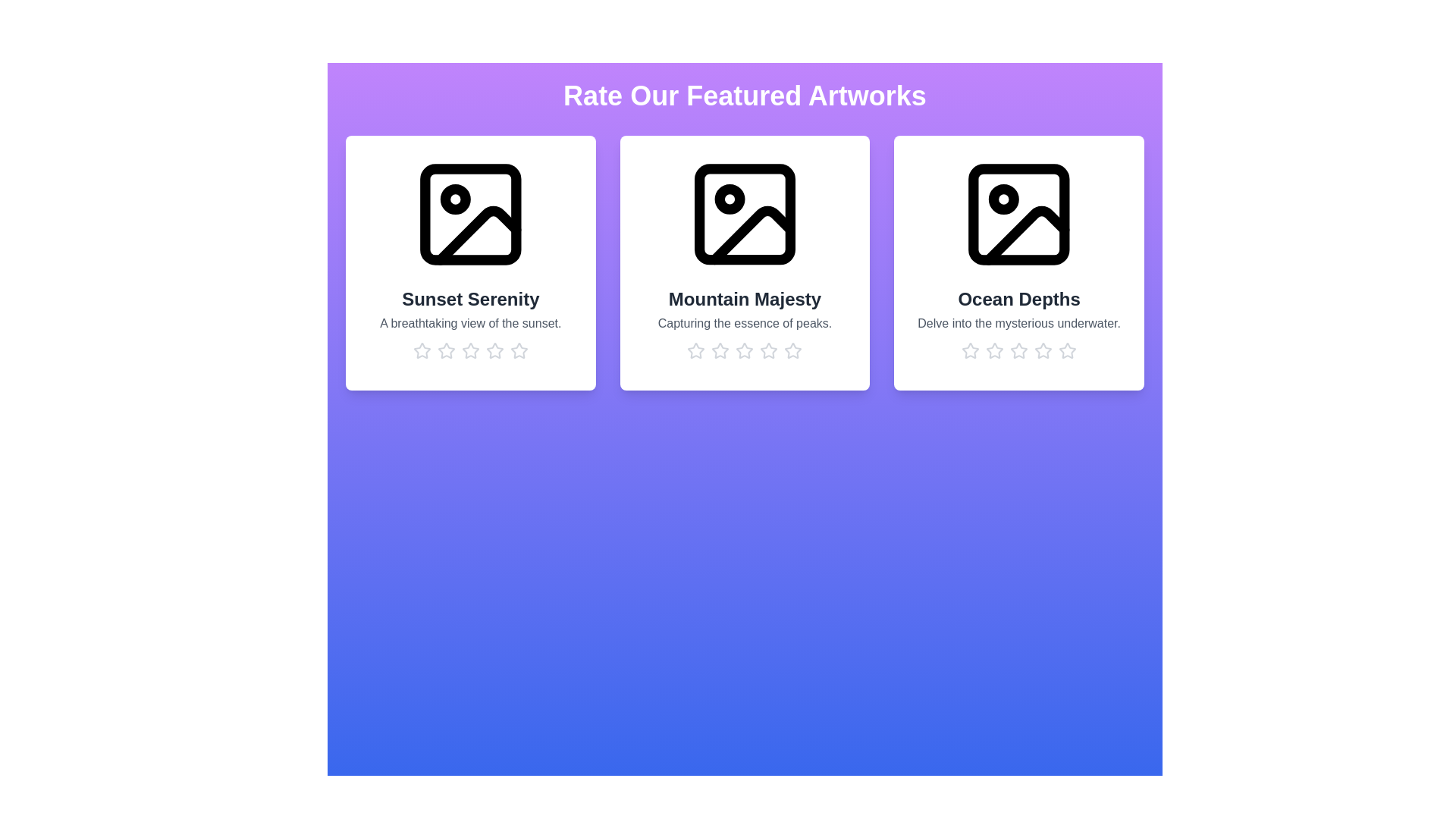  Describe the element at coordinates (792, 350) in the screenshot. I see `the rating for the artwork 'Mountain Majesty' to 5 stars` at that location.